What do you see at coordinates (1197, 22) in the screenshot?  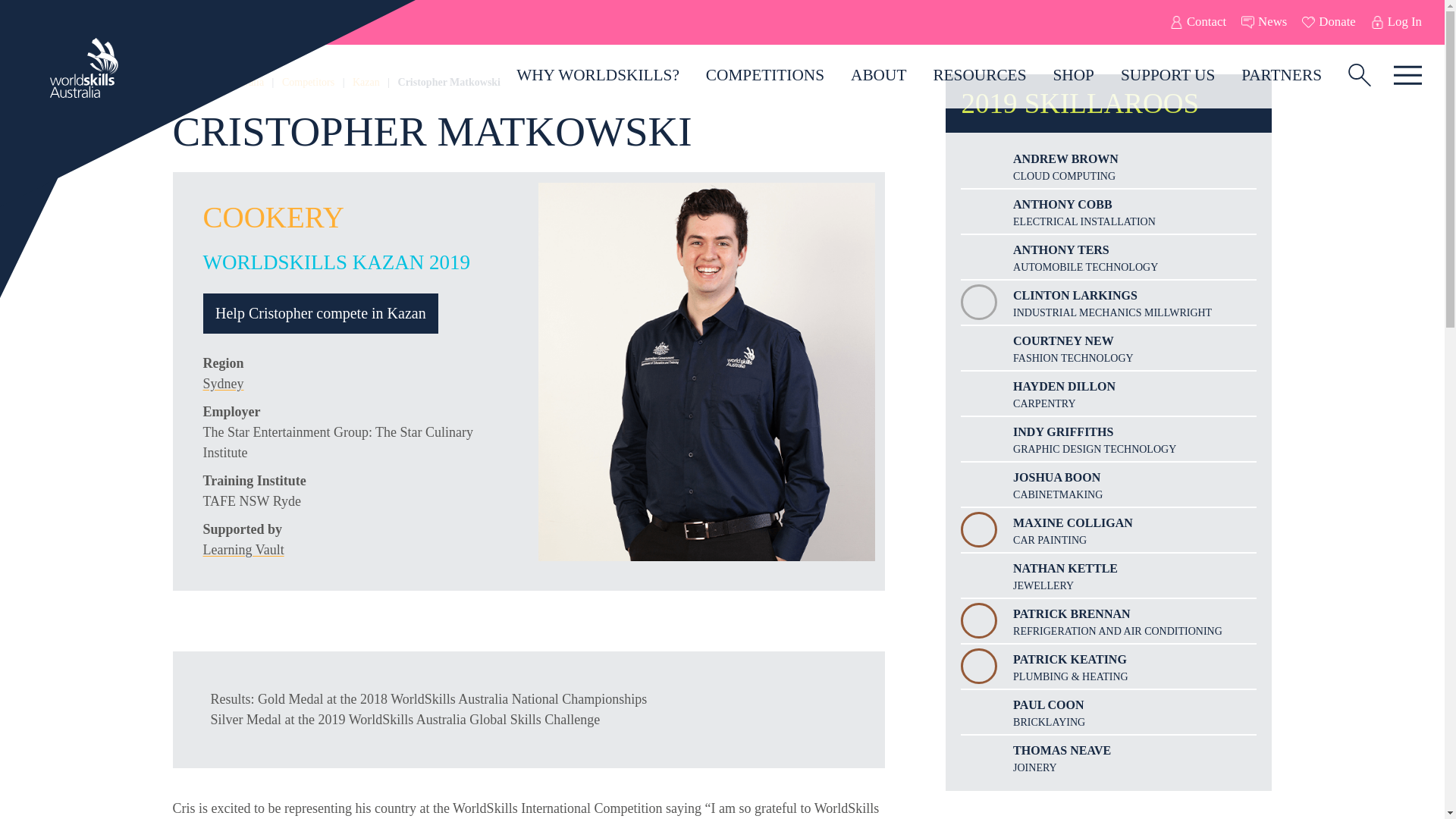 I see `'Contact'` at bounding box center [1197, 22].